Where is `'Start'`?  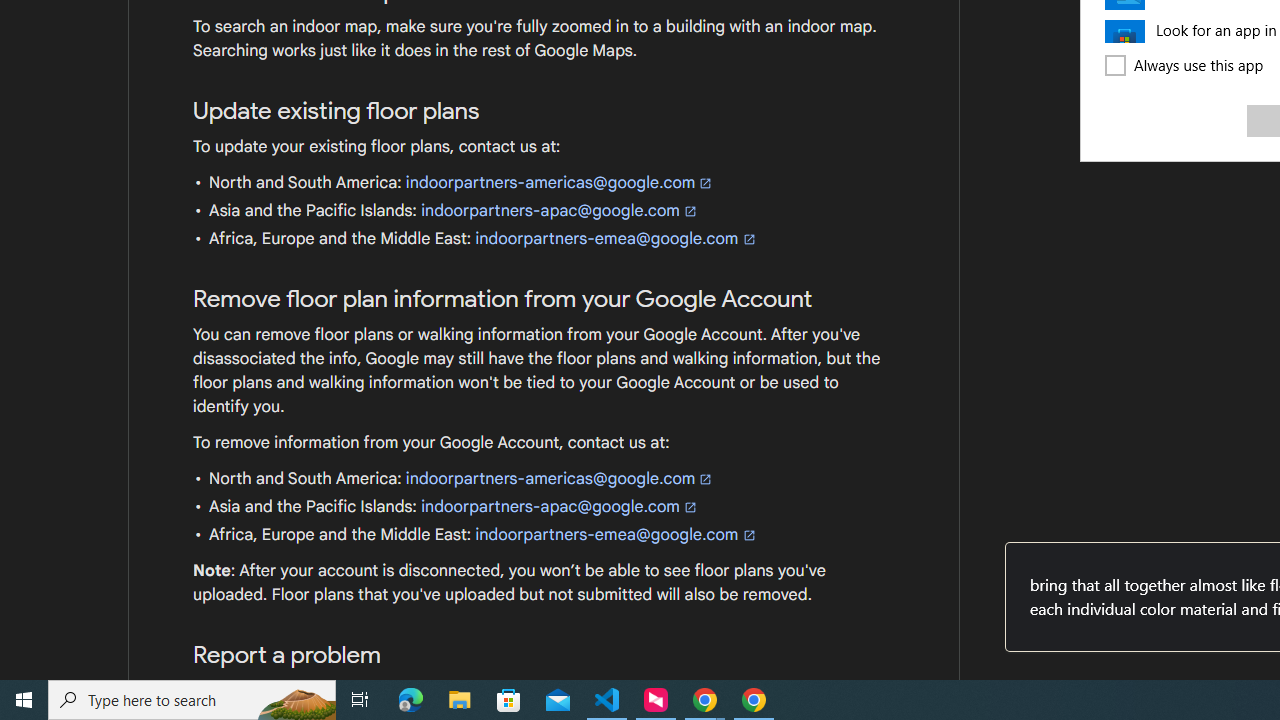 'Start' is located at coordinates (24, 698).